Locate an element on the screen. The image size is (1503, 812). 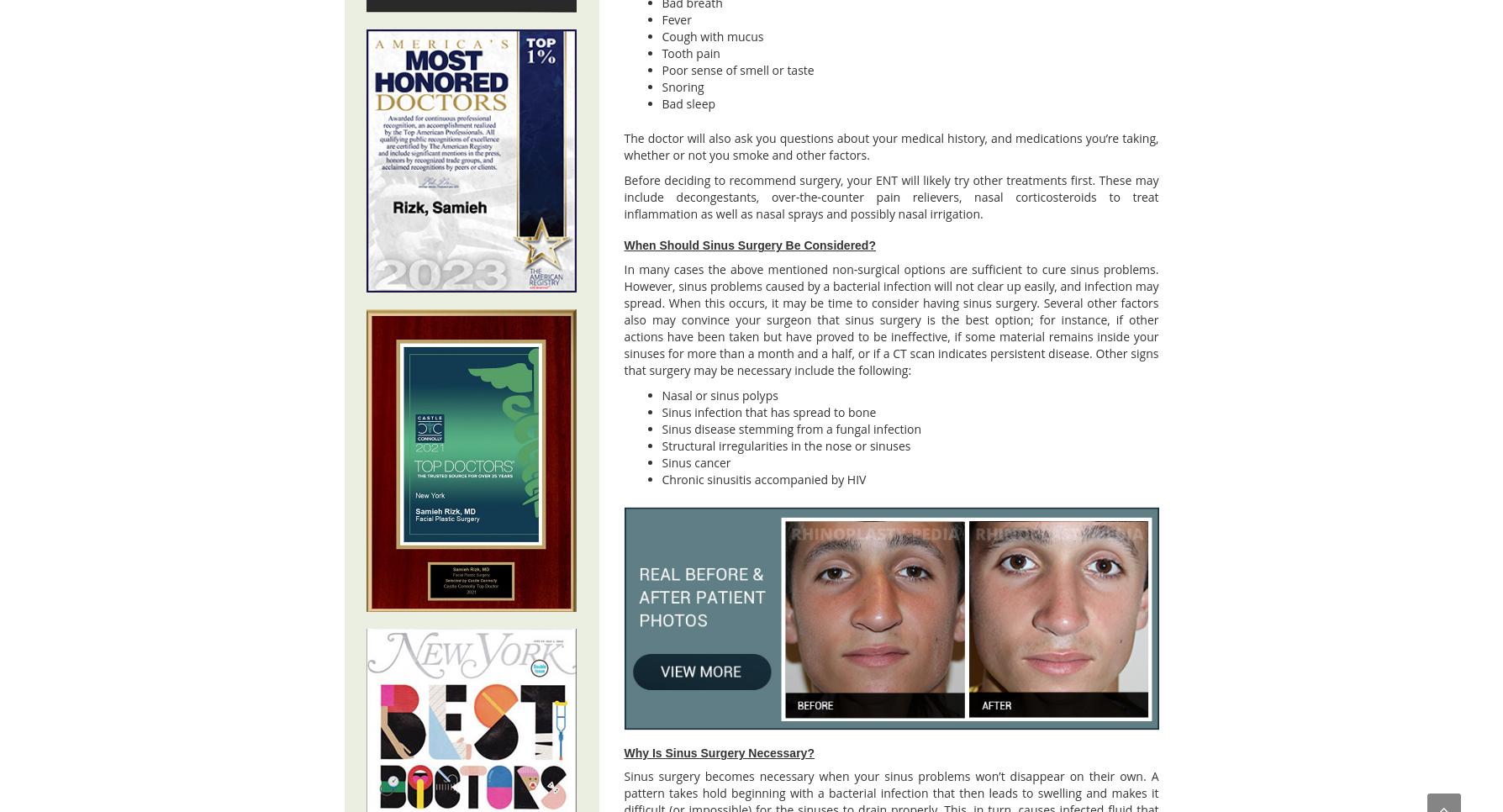
'Sinus disease stemming from a fungal infection' is located at coordinates (791, 427).